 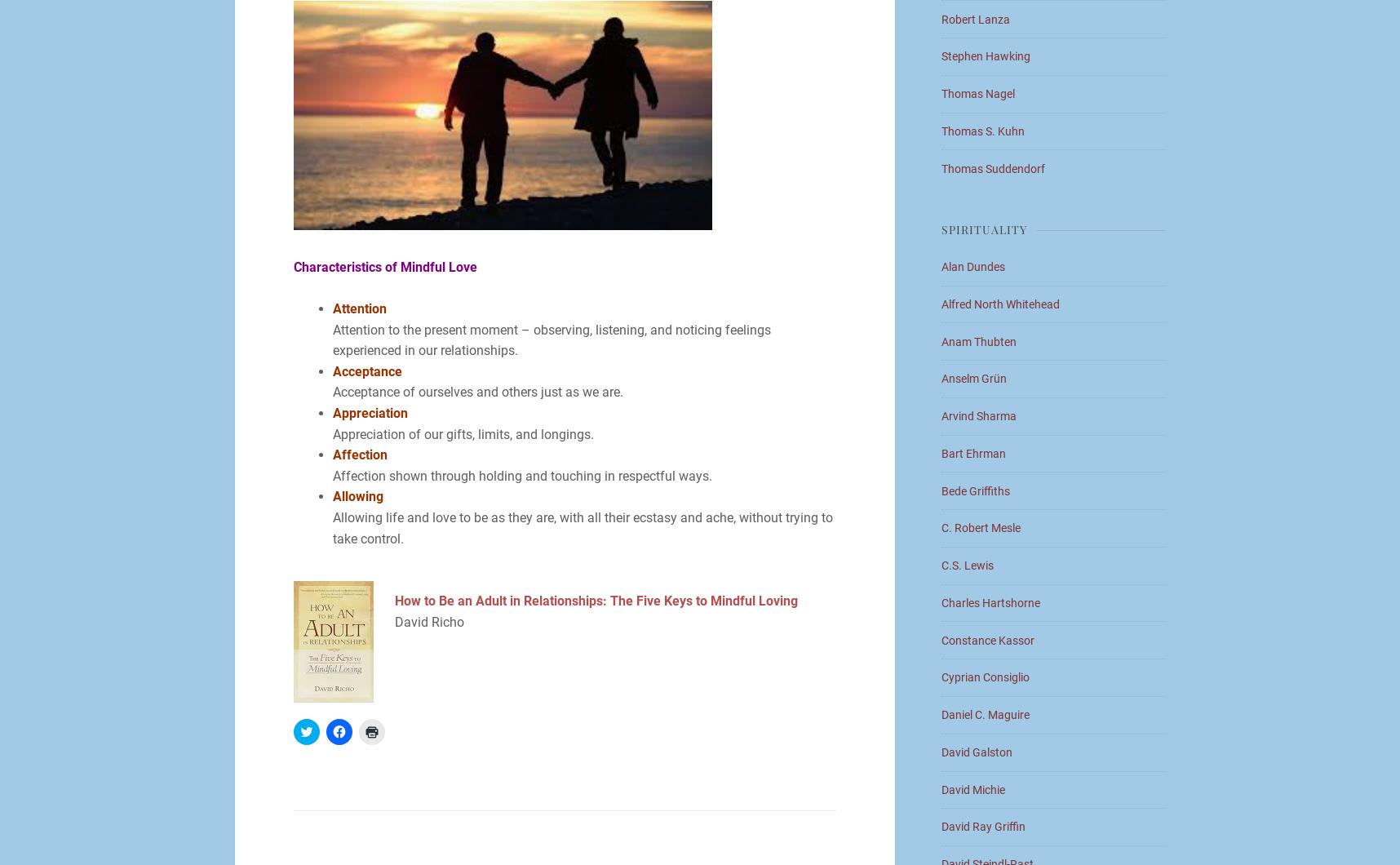 What do you see at coordinates (972, 265) in the screenshot?
I see `'Alan Dundes'` at bounding box center [972, 265].